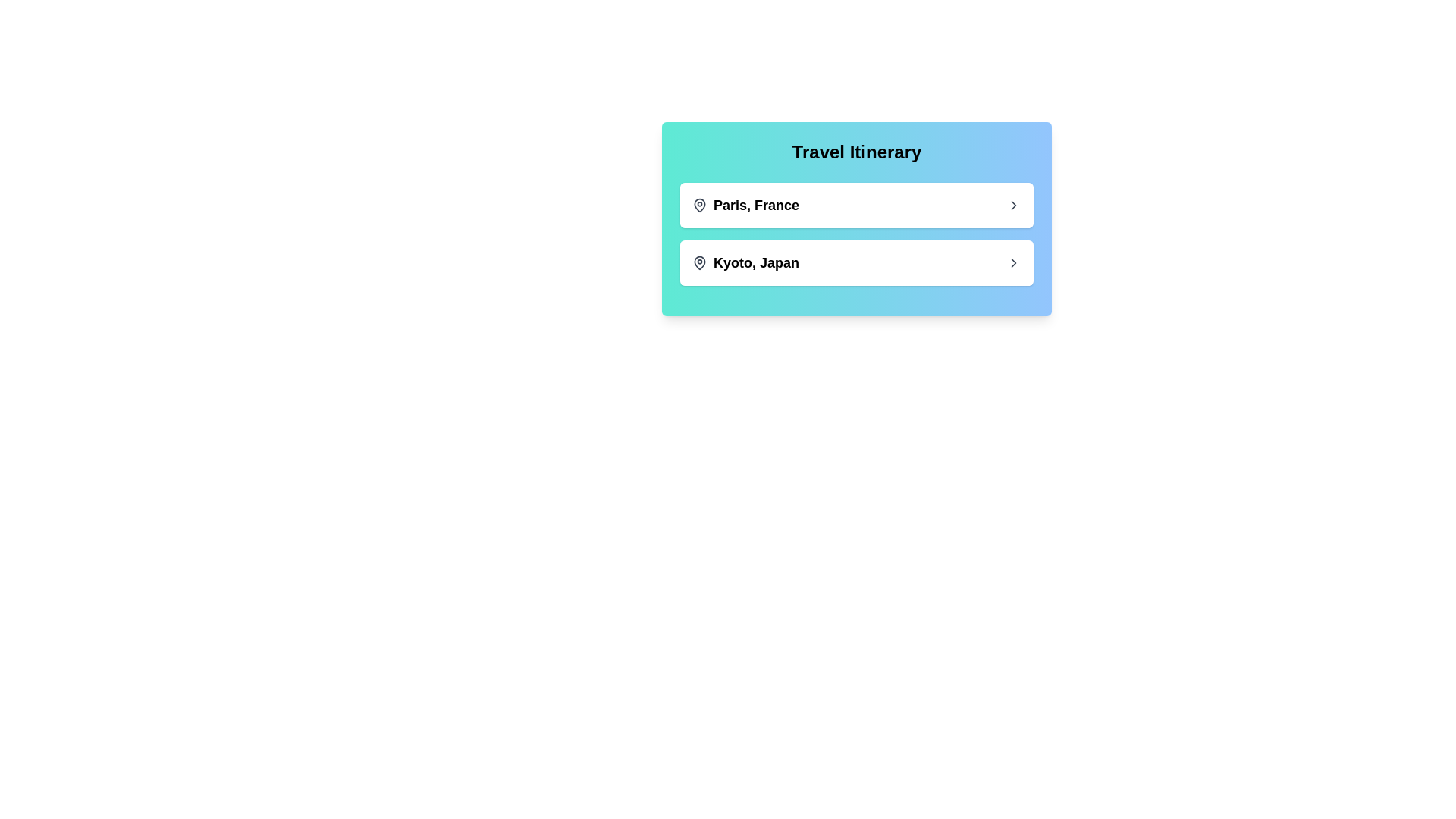 This screenshot has height=819, width=1456. I want to click on the list item displaying 'Kyoto, Japan', which is the second entry in the travel itinerary, located below 'Paris, France', so click(856, 262).